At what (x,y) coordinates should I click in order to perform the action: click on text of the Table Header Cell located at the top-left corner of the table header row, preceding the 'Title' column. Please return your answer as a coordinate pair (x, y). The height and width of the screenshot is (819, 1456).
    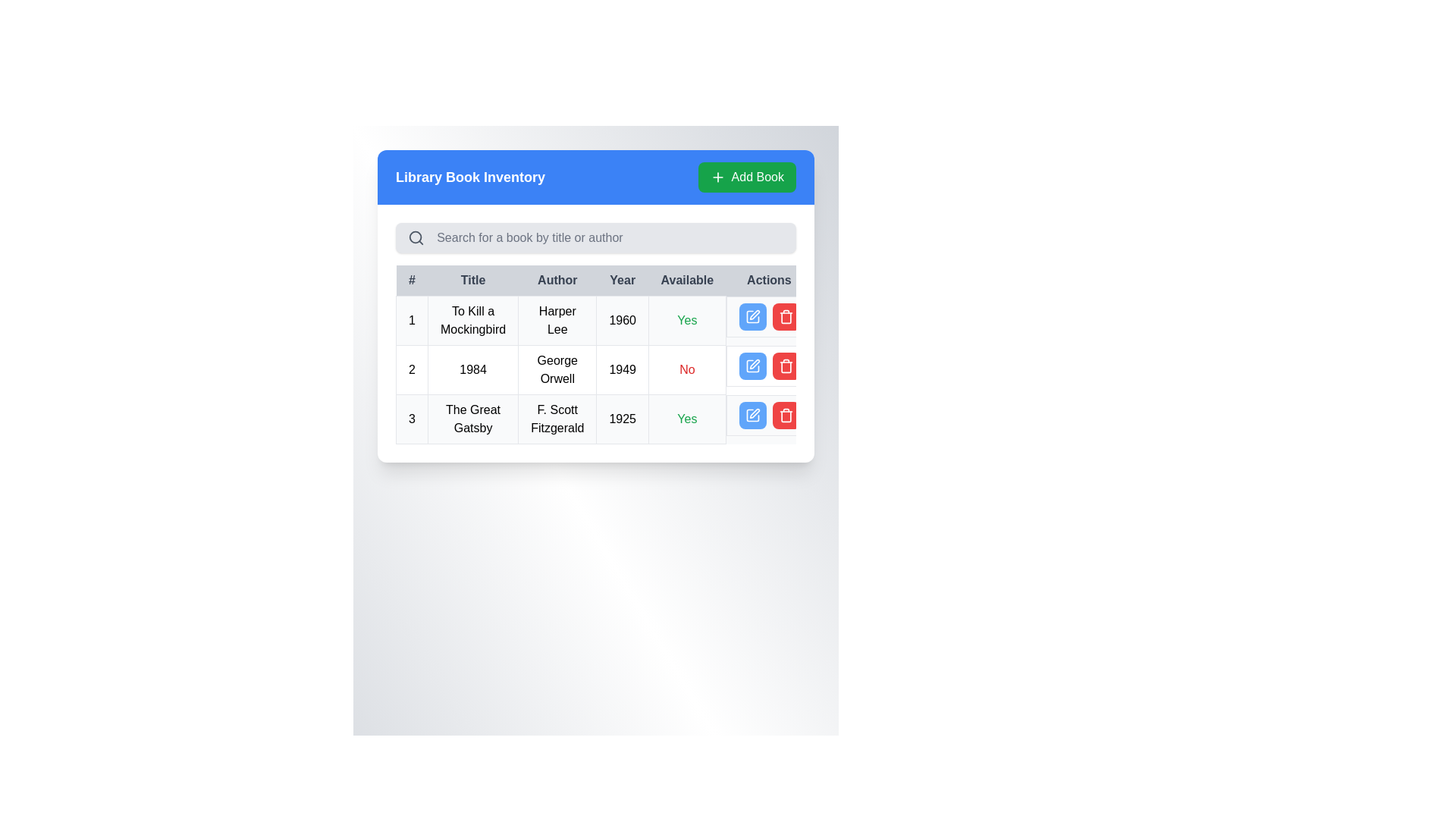
    Looking at the image, I should click on (412, 281).